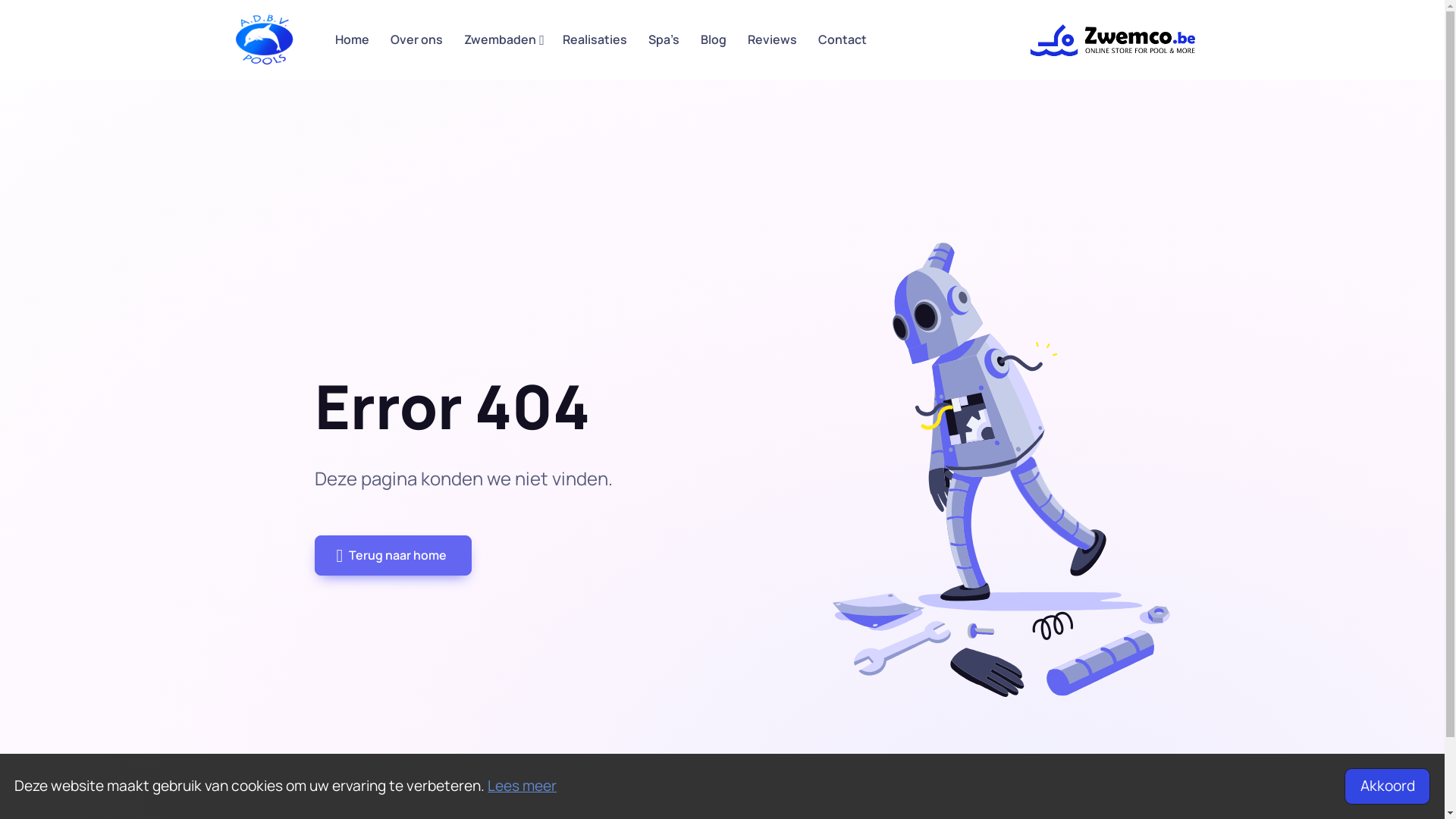 The width and height of the screenshot is (1456, 819). I want to click on 'Reviews', so click(772, 39).